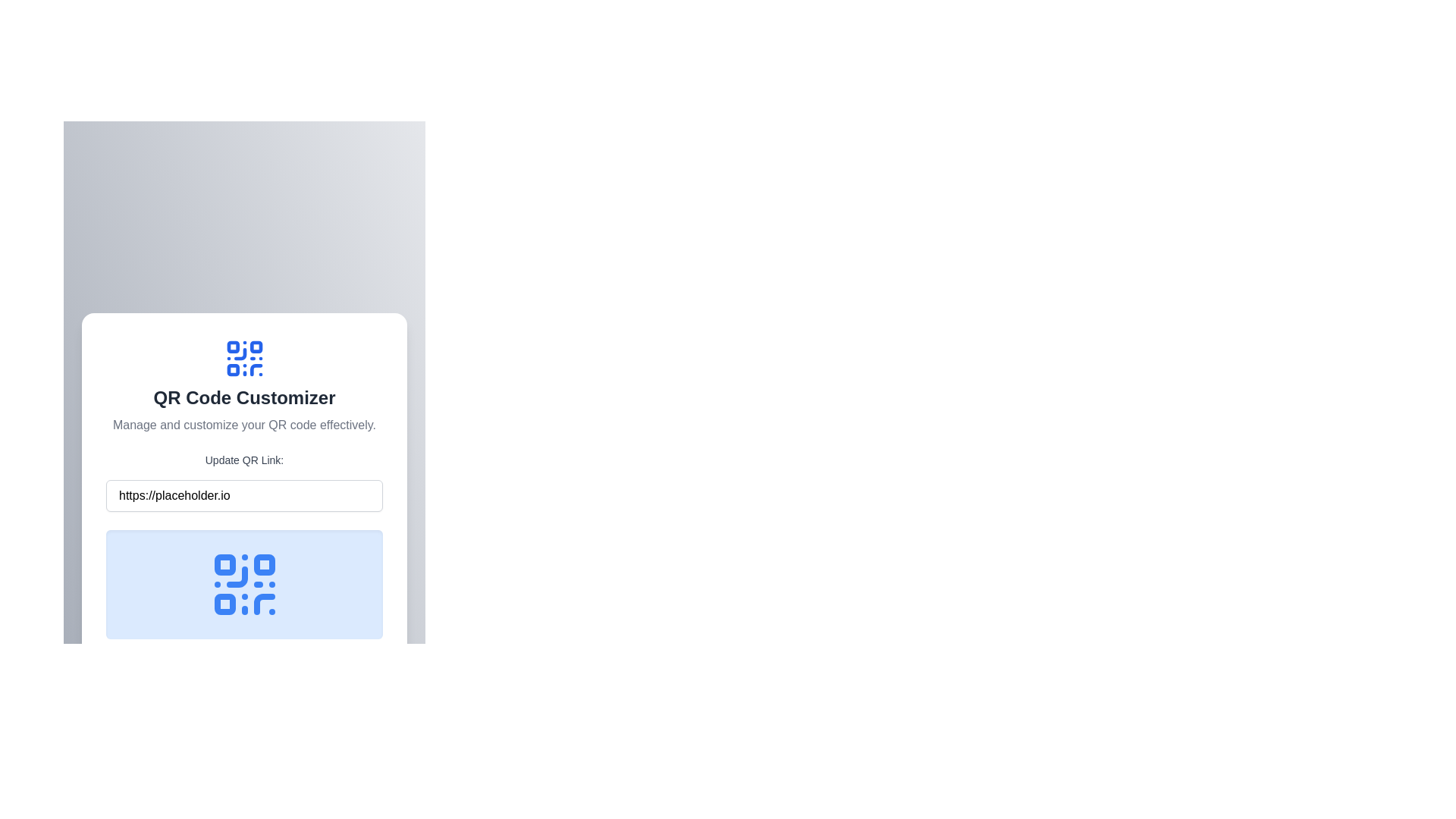 The image size is (1456, 819). Describe the element at coordinates (244, 584) in the screenshot. I see `the stylized blue QR code icon located at the center bottom of the 'QR Code Customizer' card, which features larger squares at its corners and smaller blue dots in between` at that location.